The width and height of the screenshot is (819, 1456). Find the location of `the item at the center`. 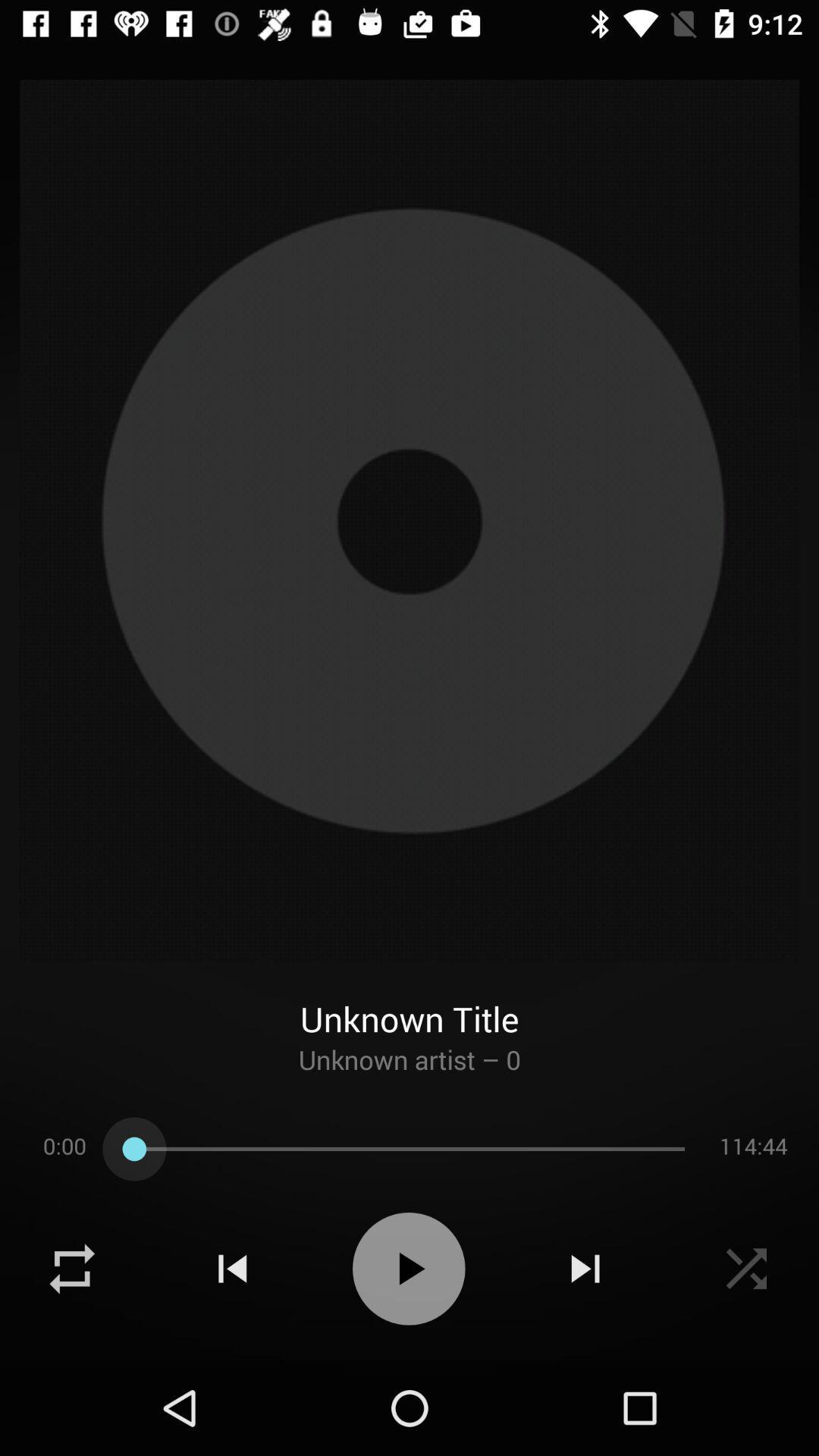

the item at the center is located at coordinates (409, 520).